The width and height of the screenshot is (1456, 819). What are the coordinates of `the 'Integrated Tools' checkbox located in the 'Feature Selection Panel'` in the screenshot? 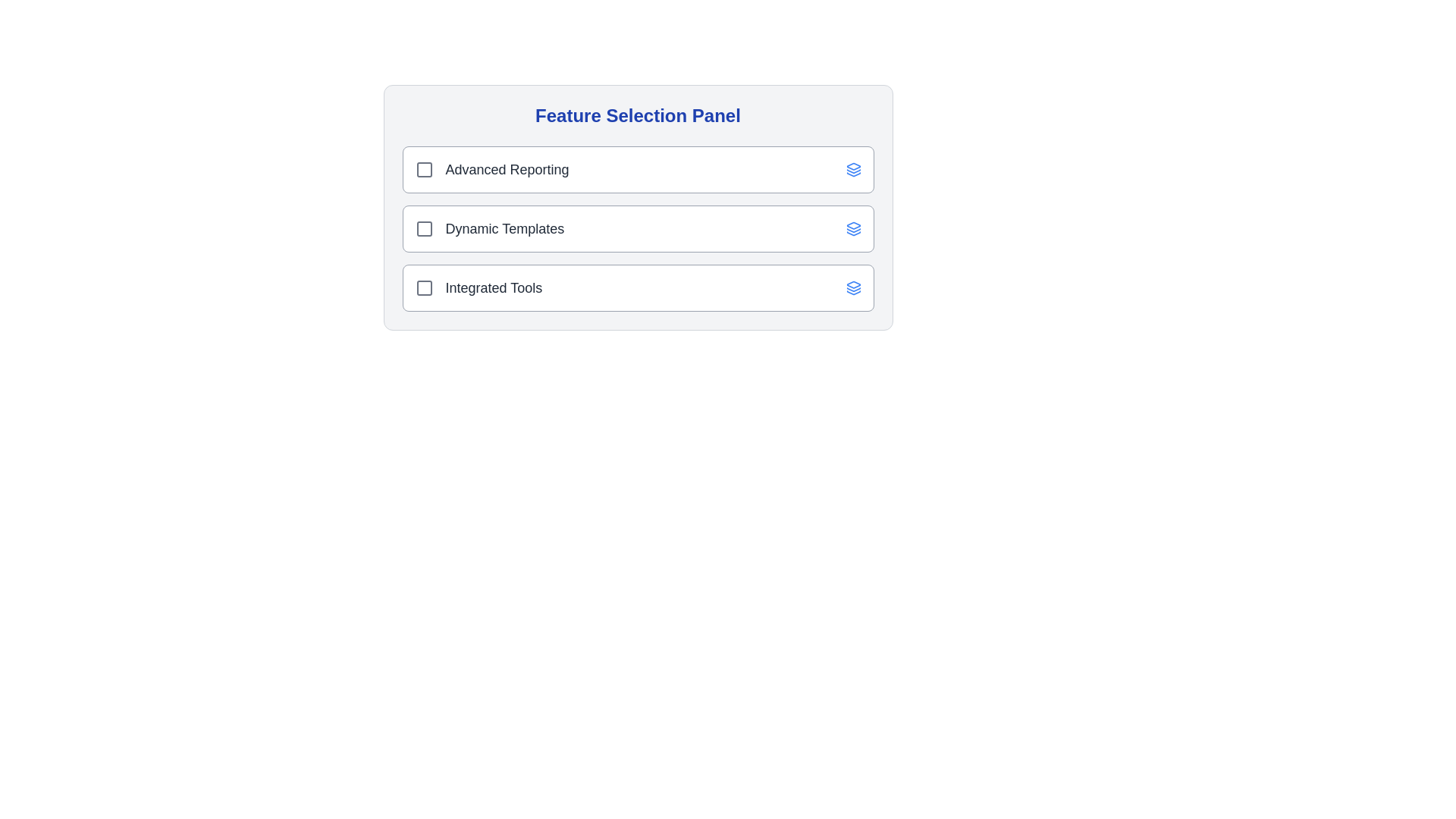 It's located at (478, 288).